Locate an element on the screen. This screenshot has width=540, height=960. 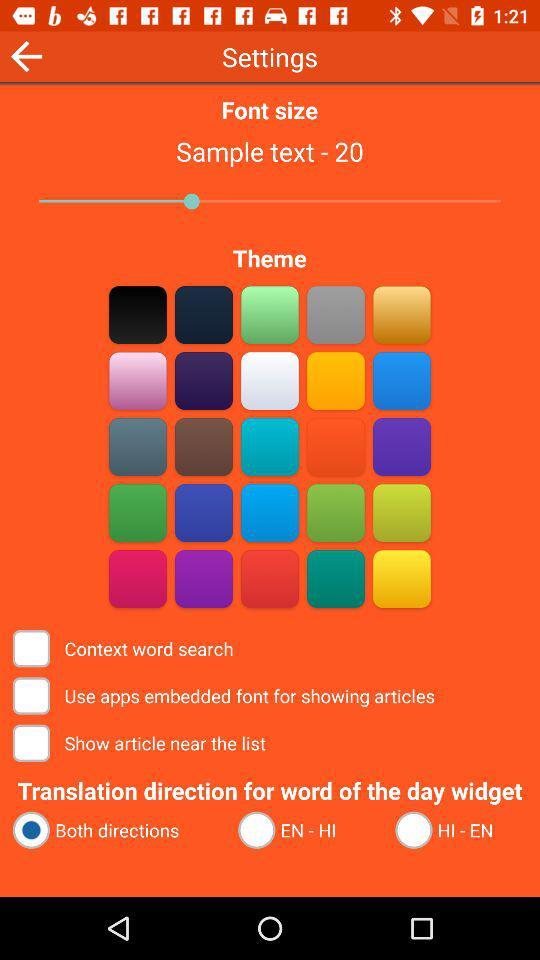
theme color is located at coordinates (137, 446).